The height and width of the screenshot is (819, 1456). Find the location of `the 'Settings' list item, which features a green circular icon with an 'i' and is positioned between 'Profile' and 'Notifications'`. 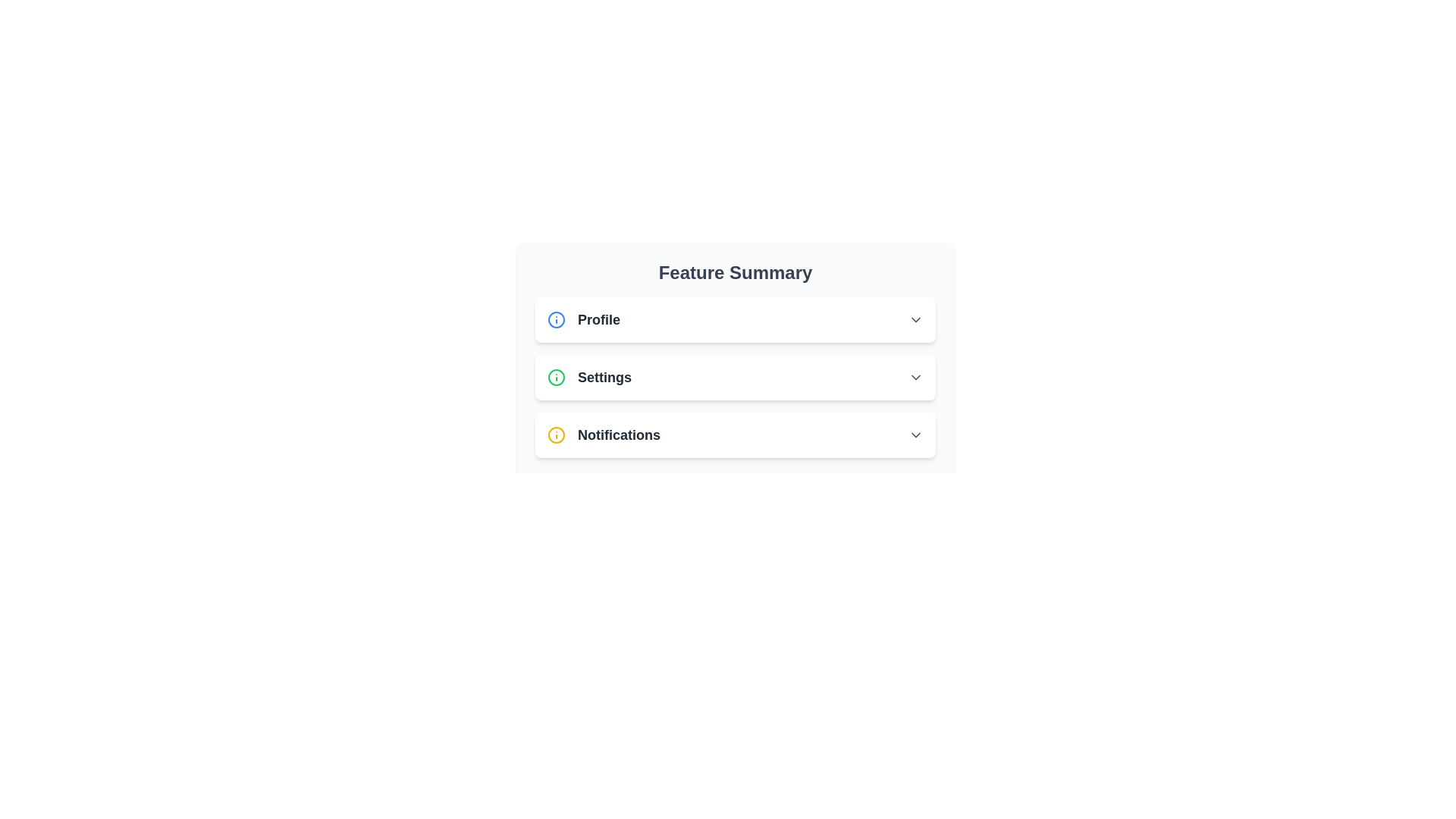

the 'Settings' list item, which features a green circular icon with an 'i' and is positioned between 'Profile' and 'Notifications' is located at coordinates (588, 376).